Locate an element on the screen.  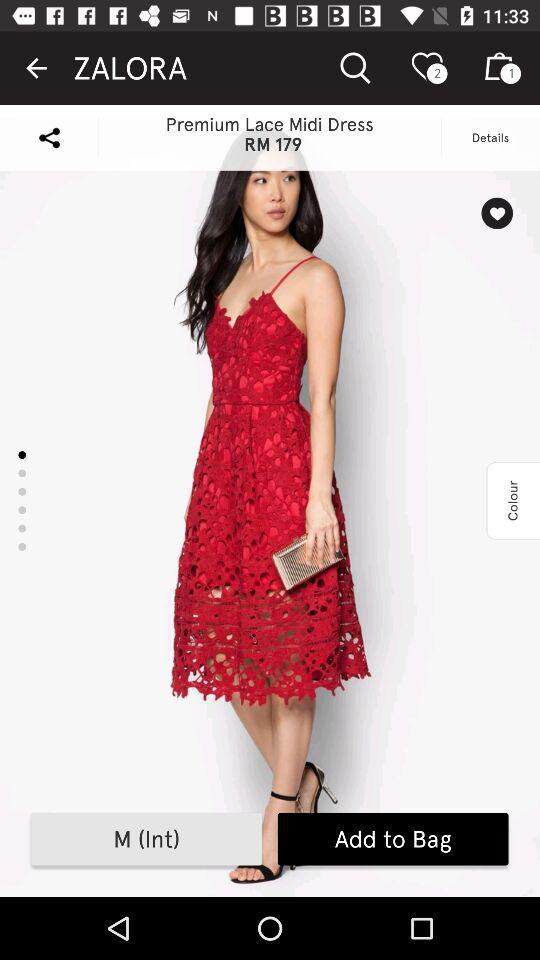
the m (int) is located at coordinates (145, 839).